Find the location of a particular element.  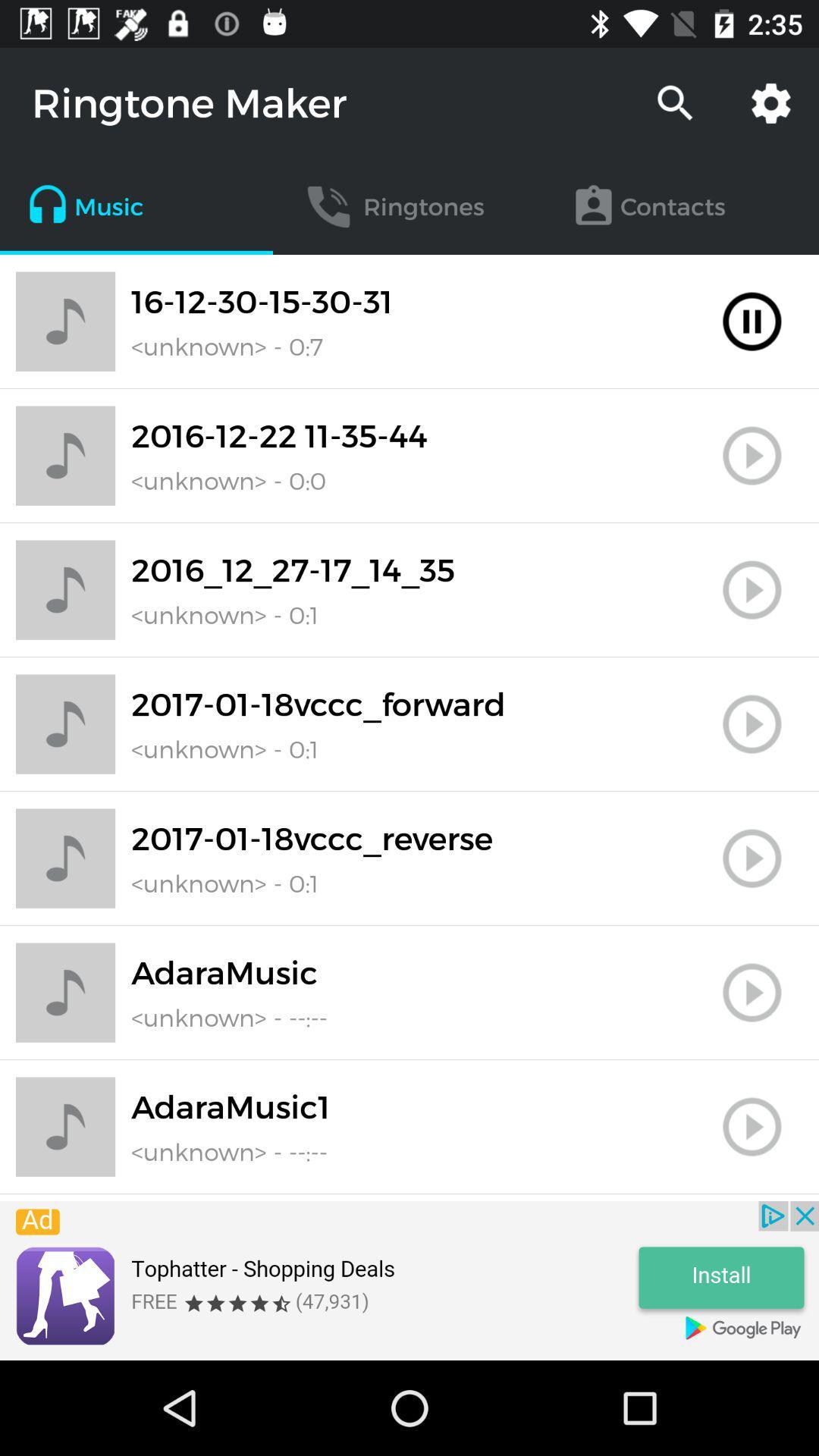

switch autoplay option is located at coordinates (752, 589).